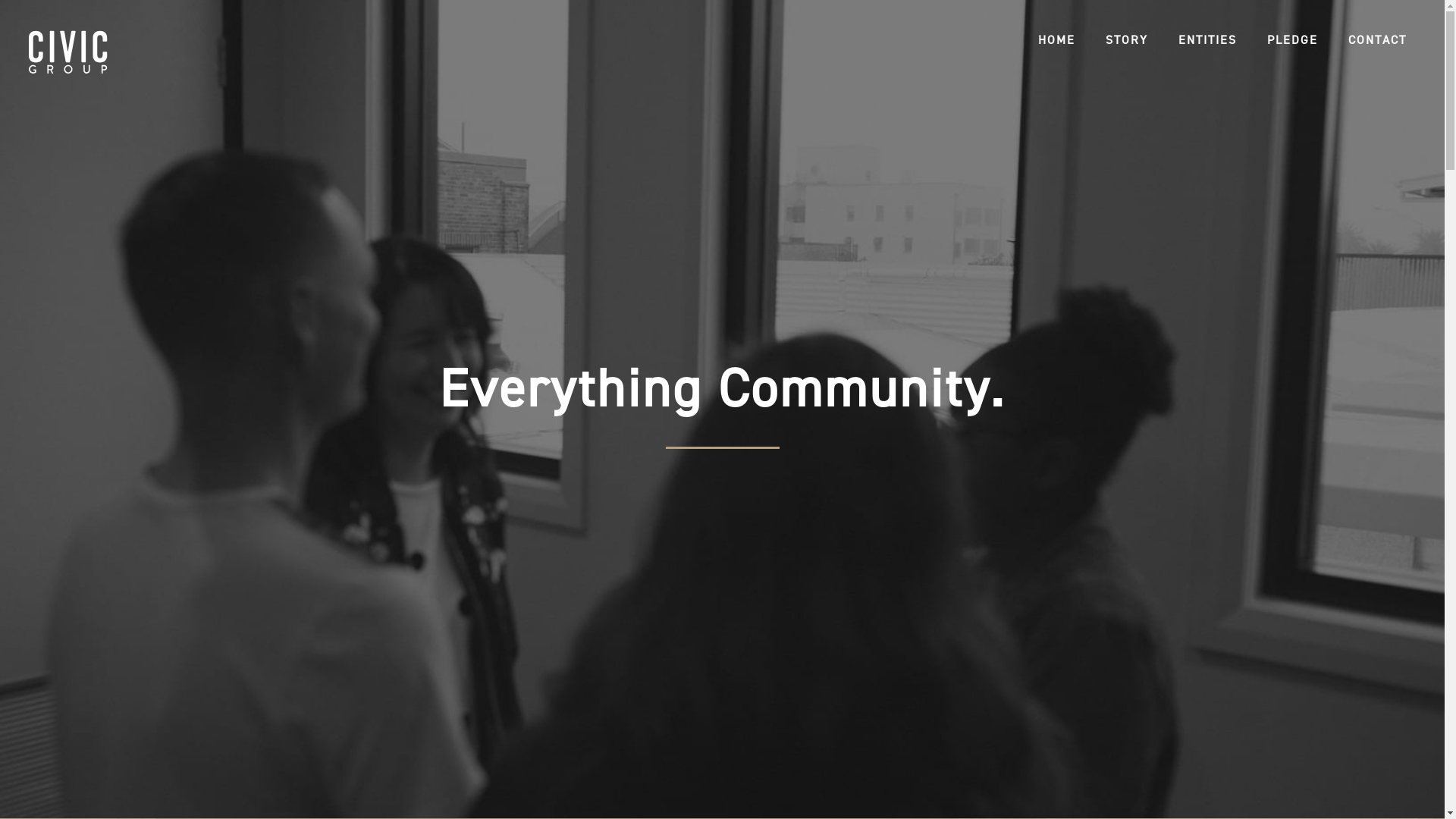 The width and height of the screenshot is (1456, 819). Describe the element at coordinates (1207, 39) in the screenshot. I see `'ENTITIES'` at that location.